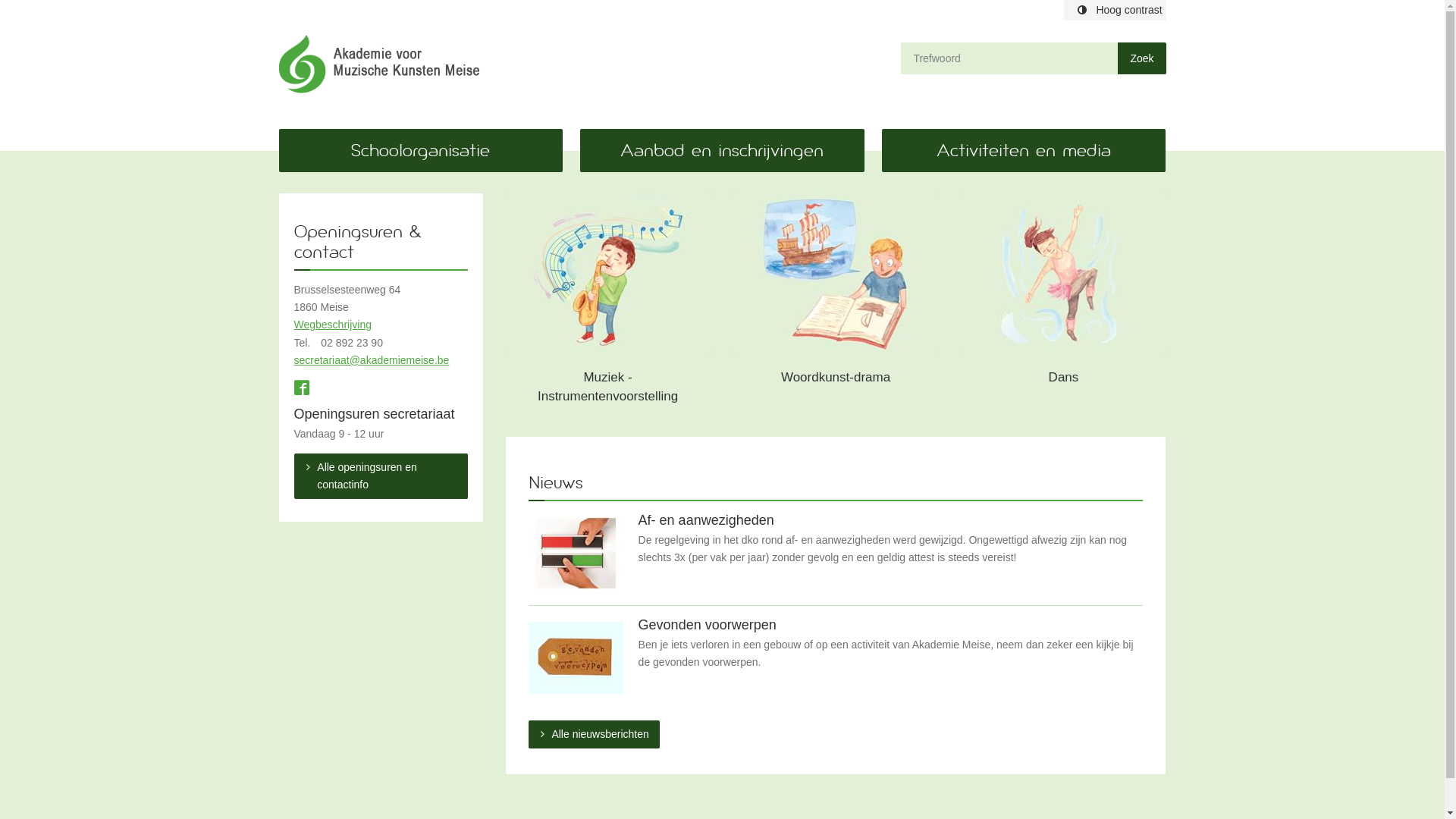 This screenshot has height=819, width=1456. Describe the element at coordinates (302, 388) in the screenshot. I see `'Facebook'` at that location.